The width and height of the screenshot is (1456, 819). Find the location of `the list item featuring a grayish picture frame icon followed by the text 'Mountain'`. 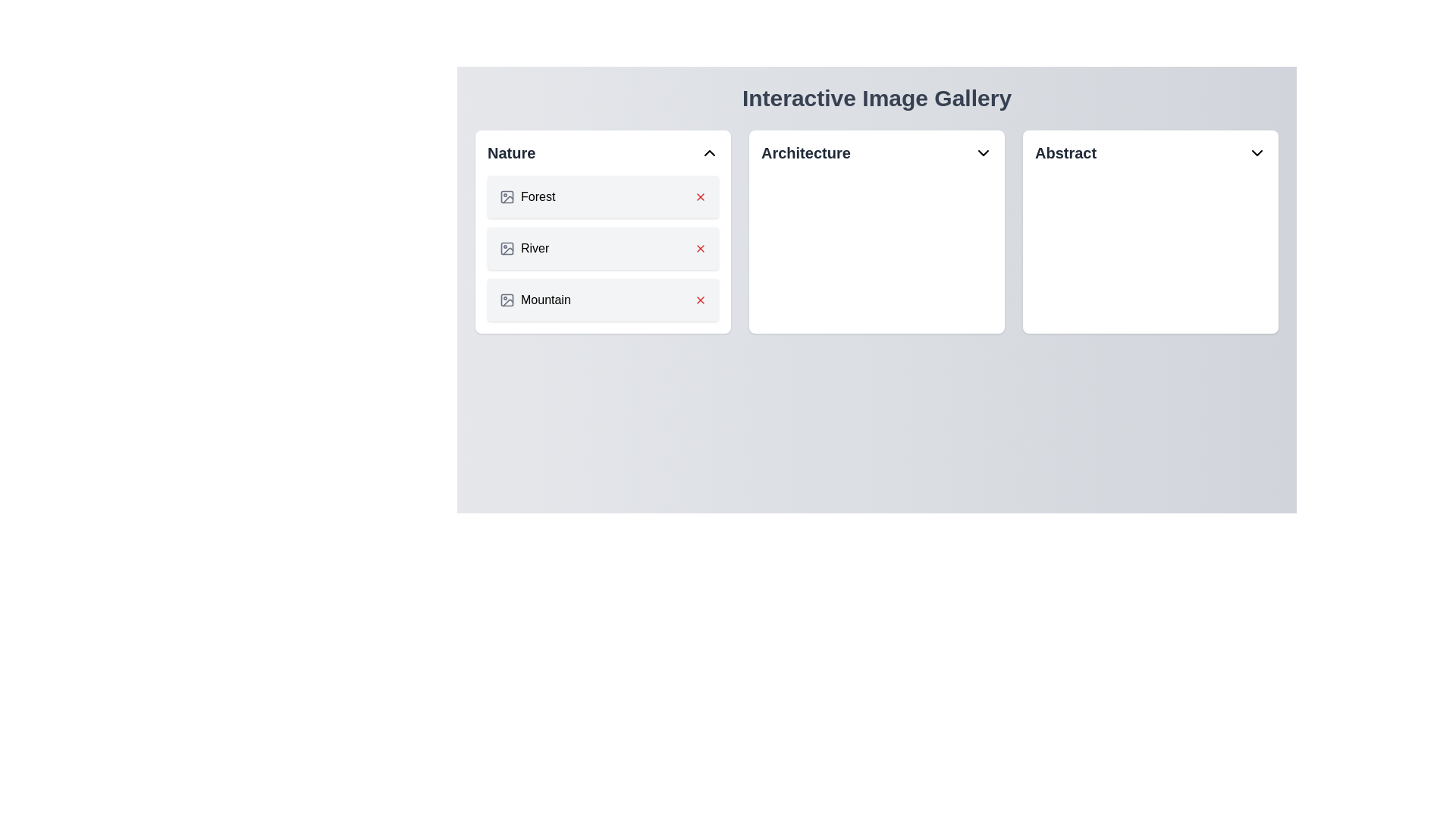

the list item featuring a grayish picture frame icon followed by the text 'Mountain' is located at coordinates (535, 300).